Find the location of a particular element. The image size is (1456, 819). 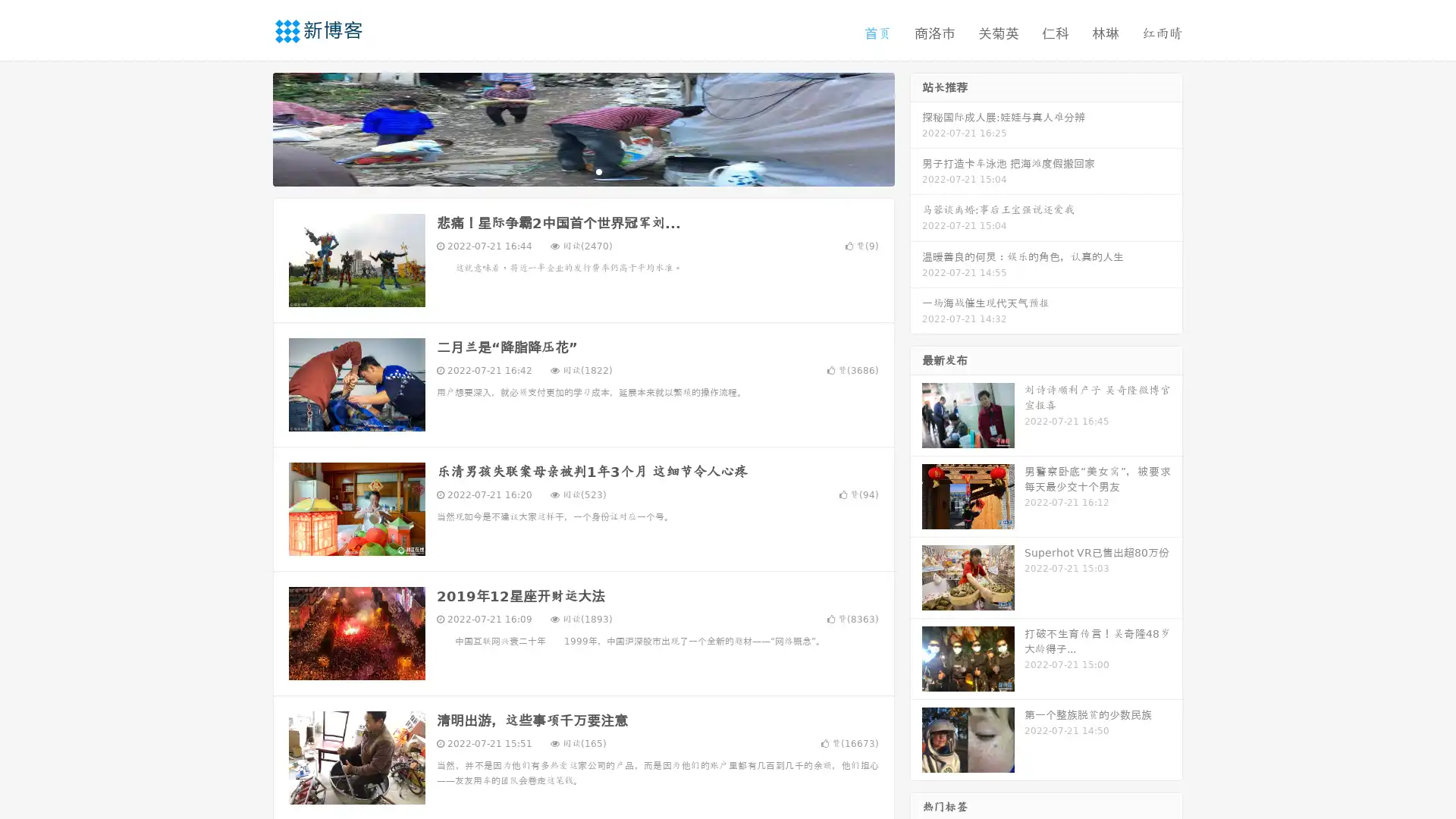

Go to slide 1 is located at coordinates (567, 171).